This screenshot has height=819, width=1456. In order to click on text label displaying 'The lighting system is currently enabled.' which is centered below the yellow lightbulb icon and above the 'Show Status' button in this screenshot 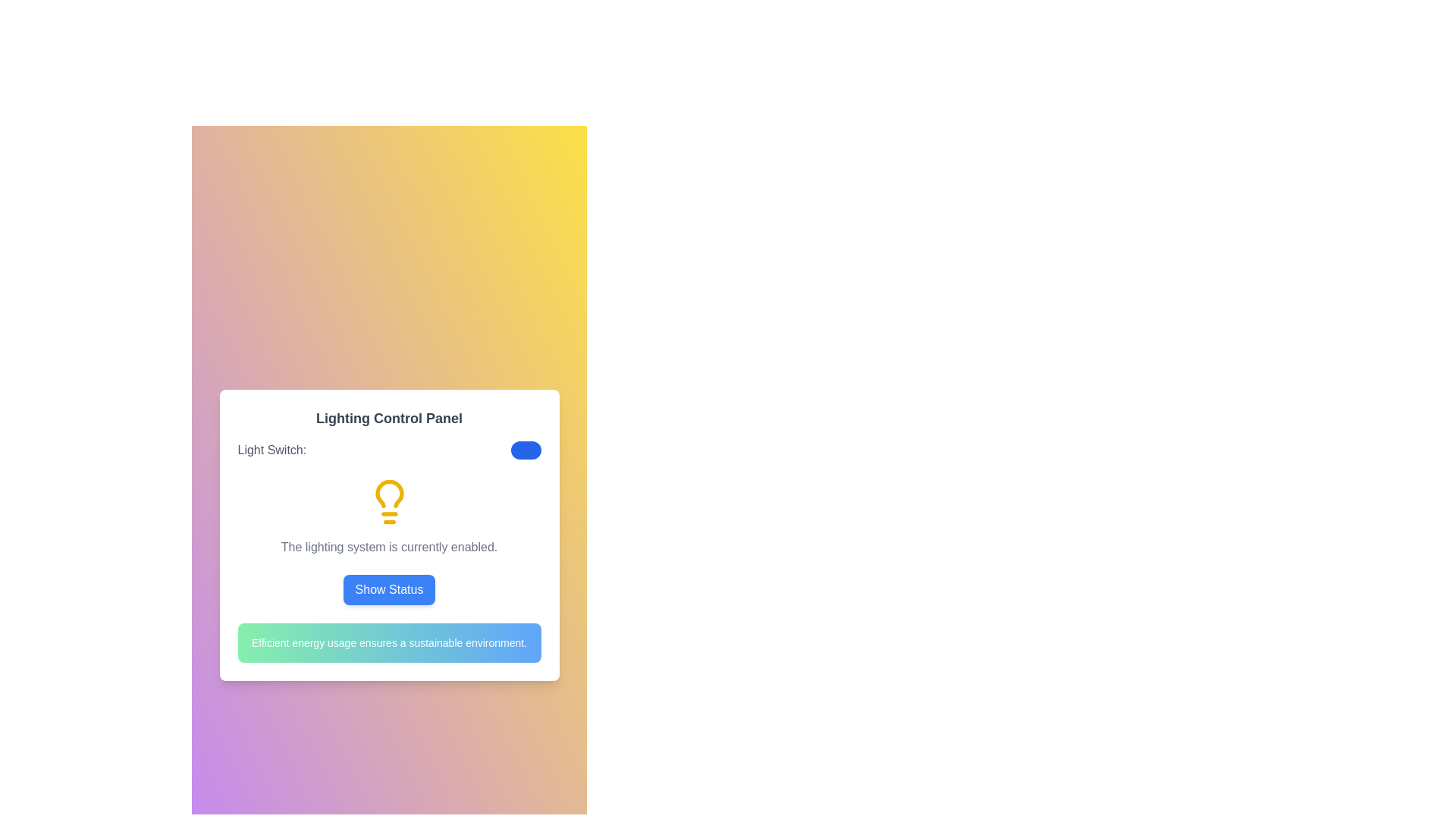, I will do `click(389, 547)`.